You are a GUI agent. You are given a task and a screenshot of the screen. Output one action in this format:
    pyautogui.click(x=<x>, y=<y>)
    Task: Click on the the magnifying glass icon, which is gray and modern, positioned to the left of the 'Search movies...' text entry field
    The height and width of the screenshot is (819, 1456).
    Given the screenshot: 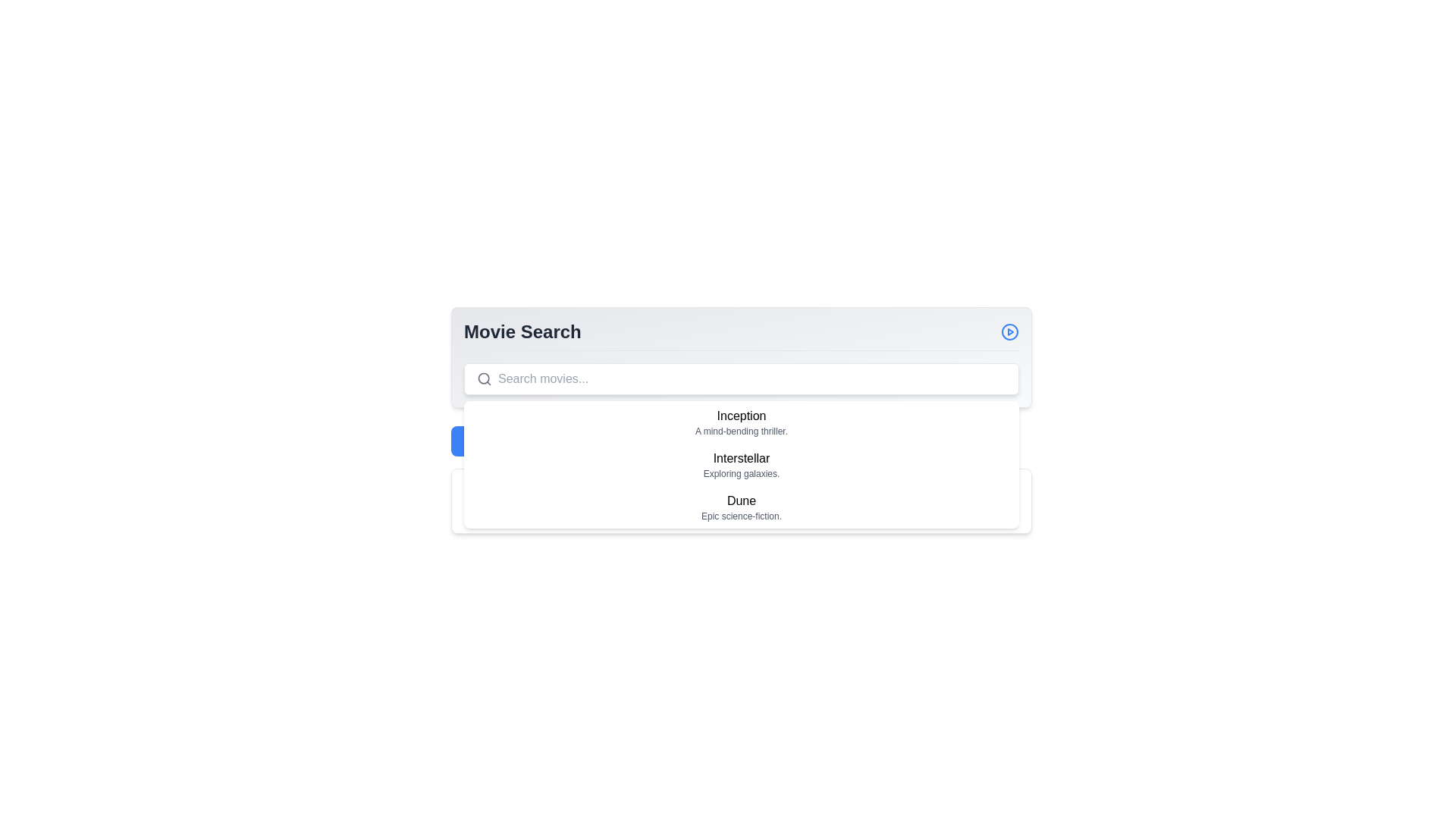 What is the action you would take?
    pyautogui.click(x=483, y=378)
    